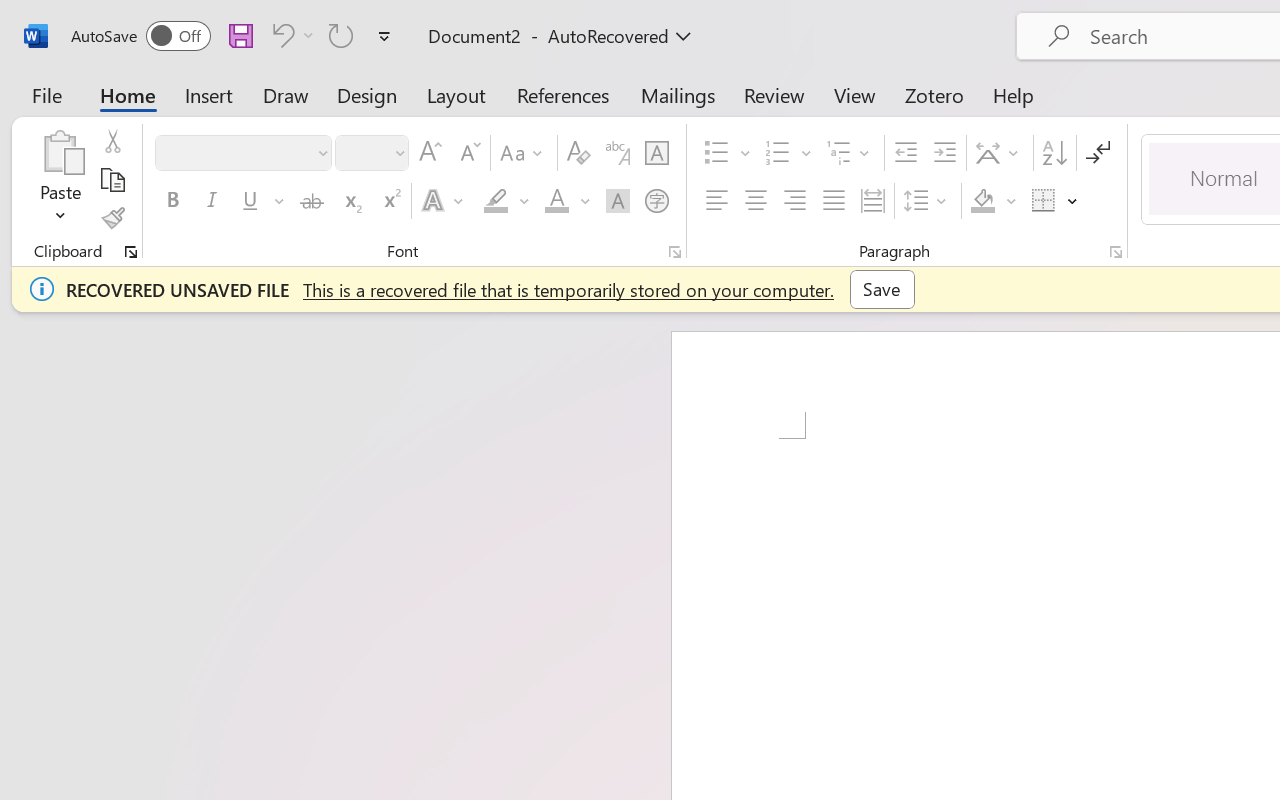  What do you see at coordinates (279, 34) in the screenshot?
I see `'Can'` at bounding box center [279, 34].